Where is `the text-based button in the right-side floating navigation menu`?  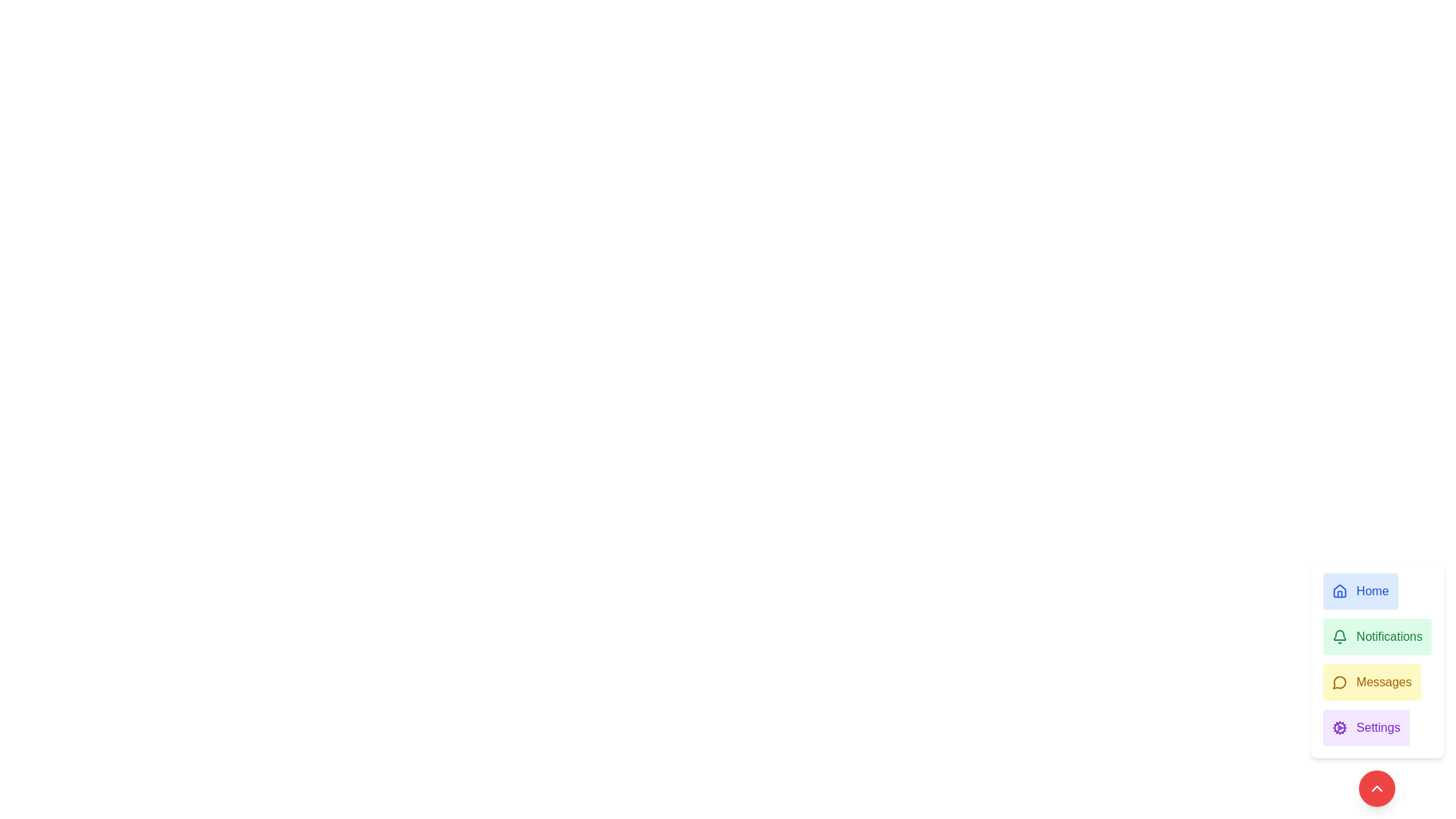 the text-based button in the right-side floating navigation menu is located at coordinates (1389, 637).